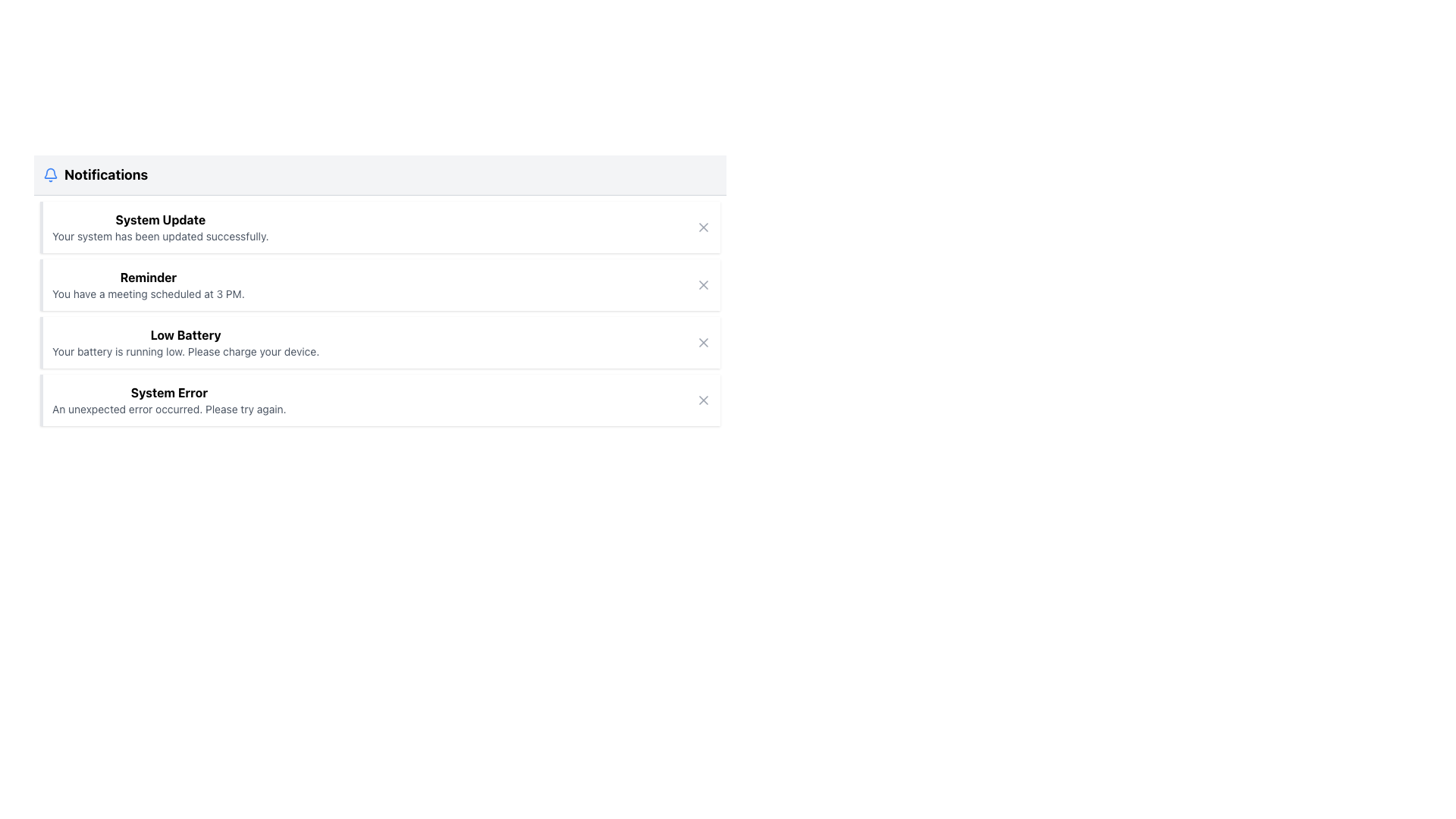 The image size is (1456, 819). What do you see at coordinates (148, 294) in the screenshot?
I see `the notification message text located below the 'Reminder' bold text in the notifications section to possibly trigger a tooltip` at bounding box center [148, 294].